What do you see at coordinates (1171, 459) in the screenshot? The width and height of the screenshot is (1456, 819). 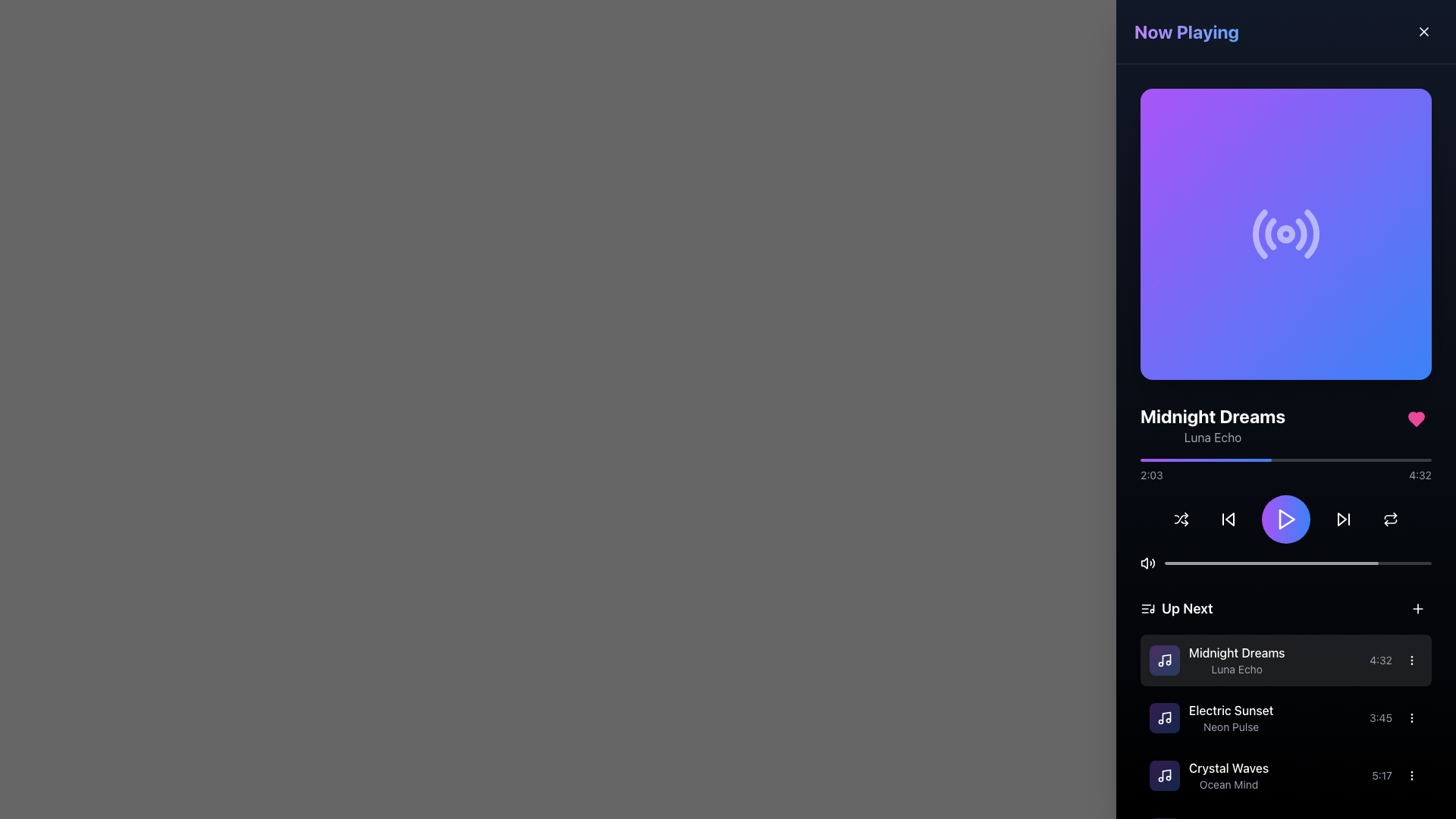 I see `the playback position` at bounding box center [1171, 459].